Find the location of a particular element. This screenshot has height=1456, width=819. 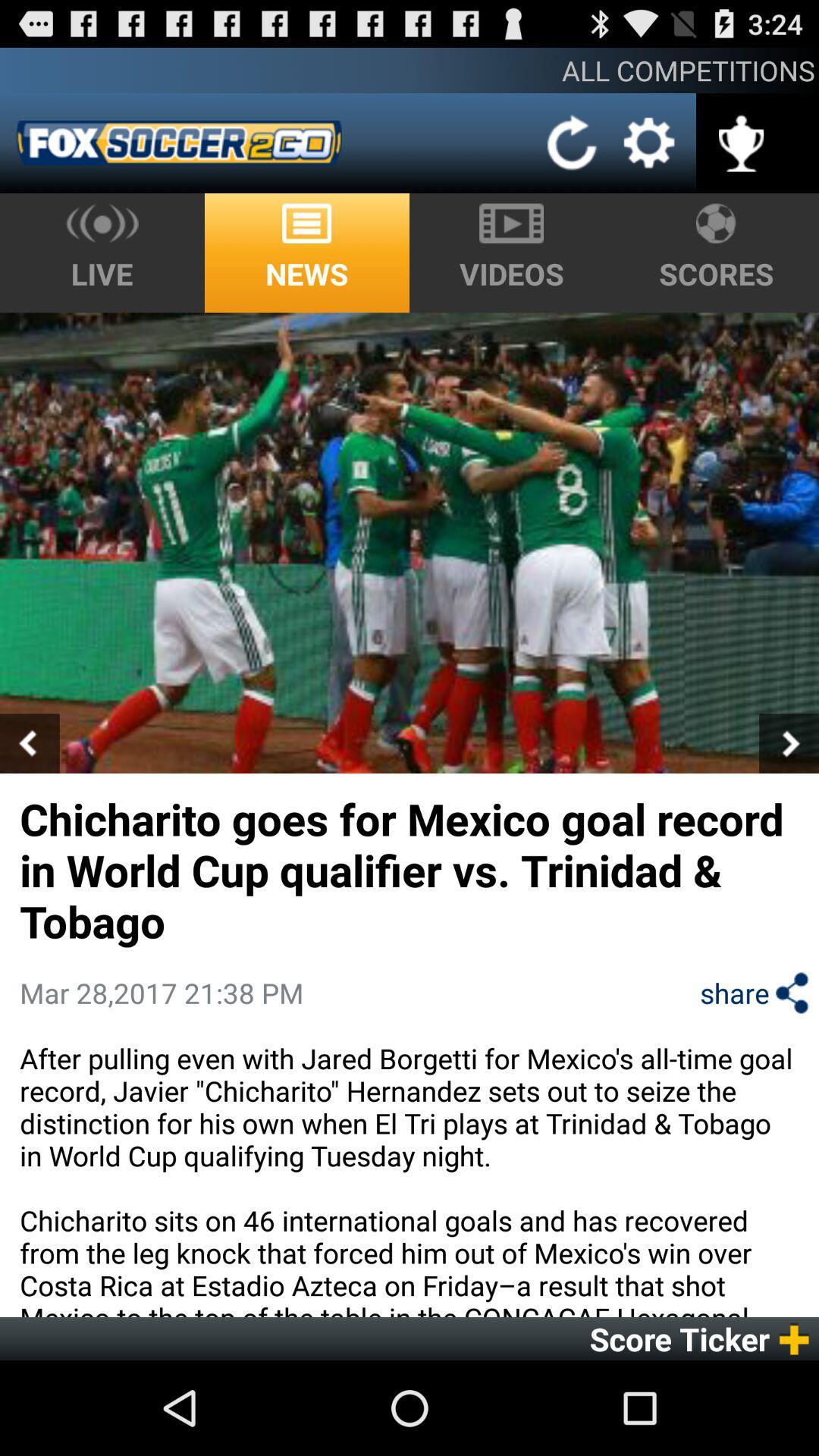

the refresh icon is located at coordinates (573, 153).